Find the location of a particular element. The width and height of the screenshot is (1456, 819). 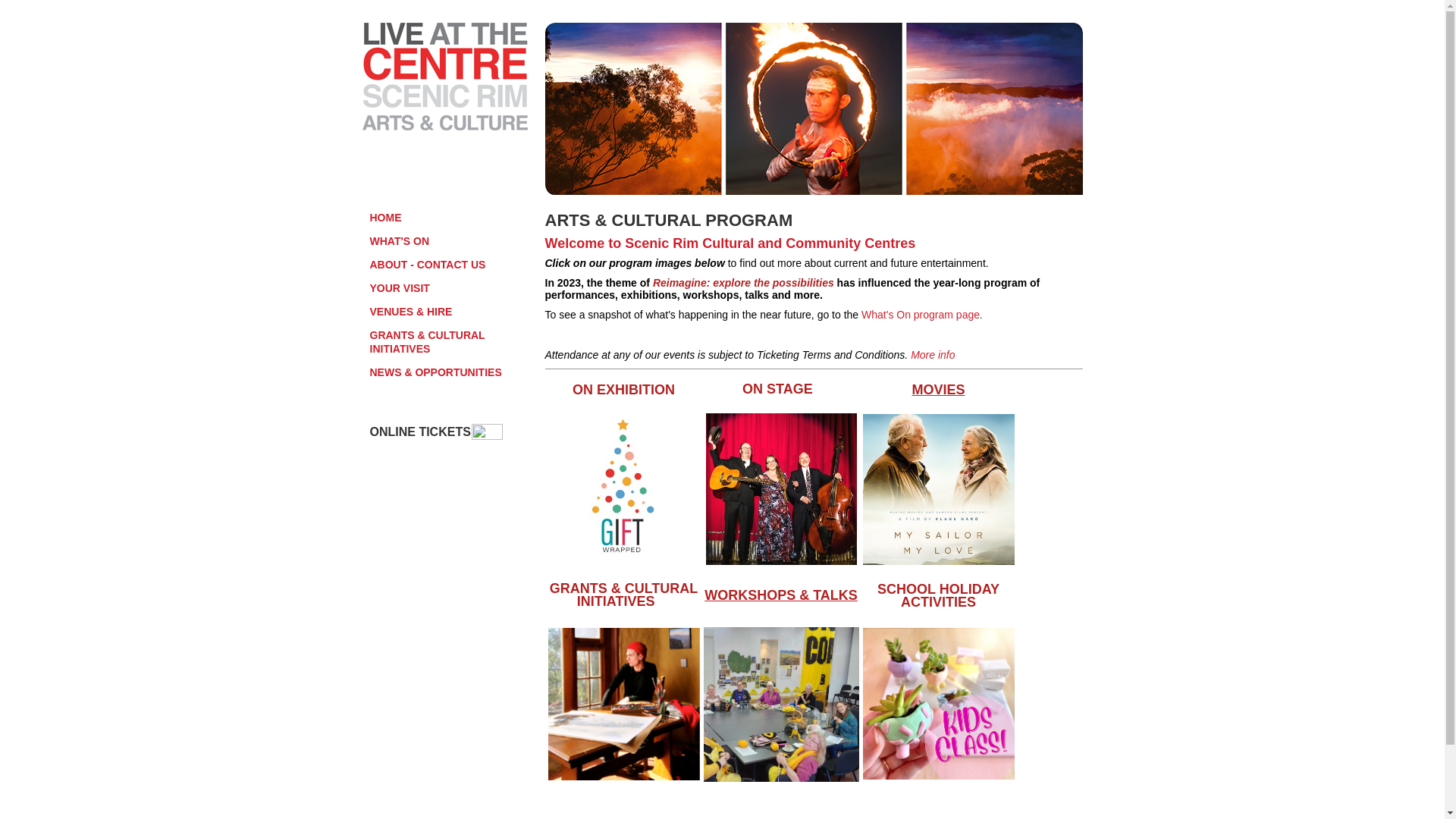

'YOUR VISIT' is located at coordinates (370, 288).